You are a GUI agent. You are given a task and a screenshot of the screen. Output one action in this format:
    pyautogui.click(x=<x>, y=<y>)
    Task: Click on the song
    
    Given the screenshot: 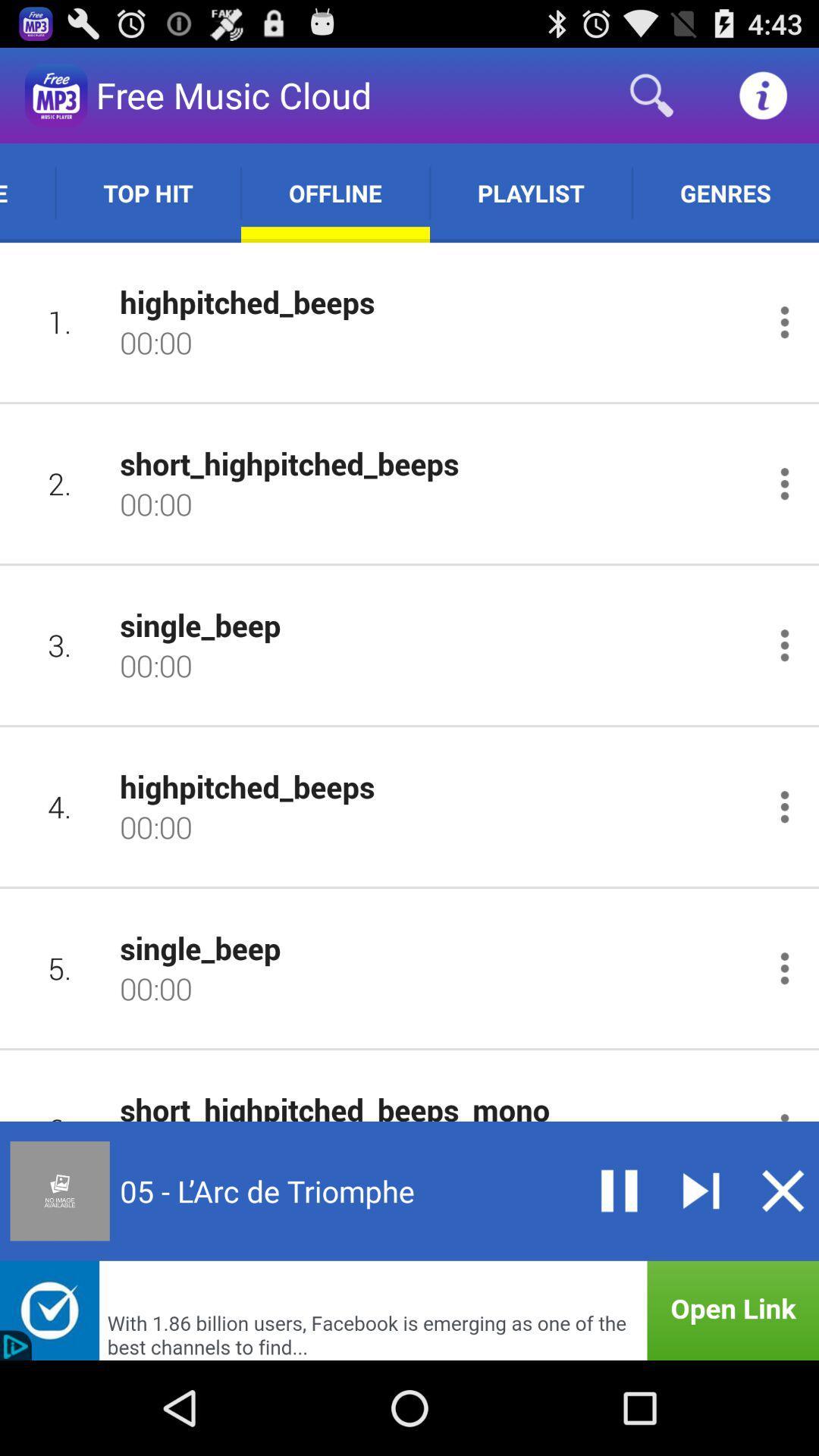 What is the action you would take?
    pyautogui.click(x=701, y=1190)
    